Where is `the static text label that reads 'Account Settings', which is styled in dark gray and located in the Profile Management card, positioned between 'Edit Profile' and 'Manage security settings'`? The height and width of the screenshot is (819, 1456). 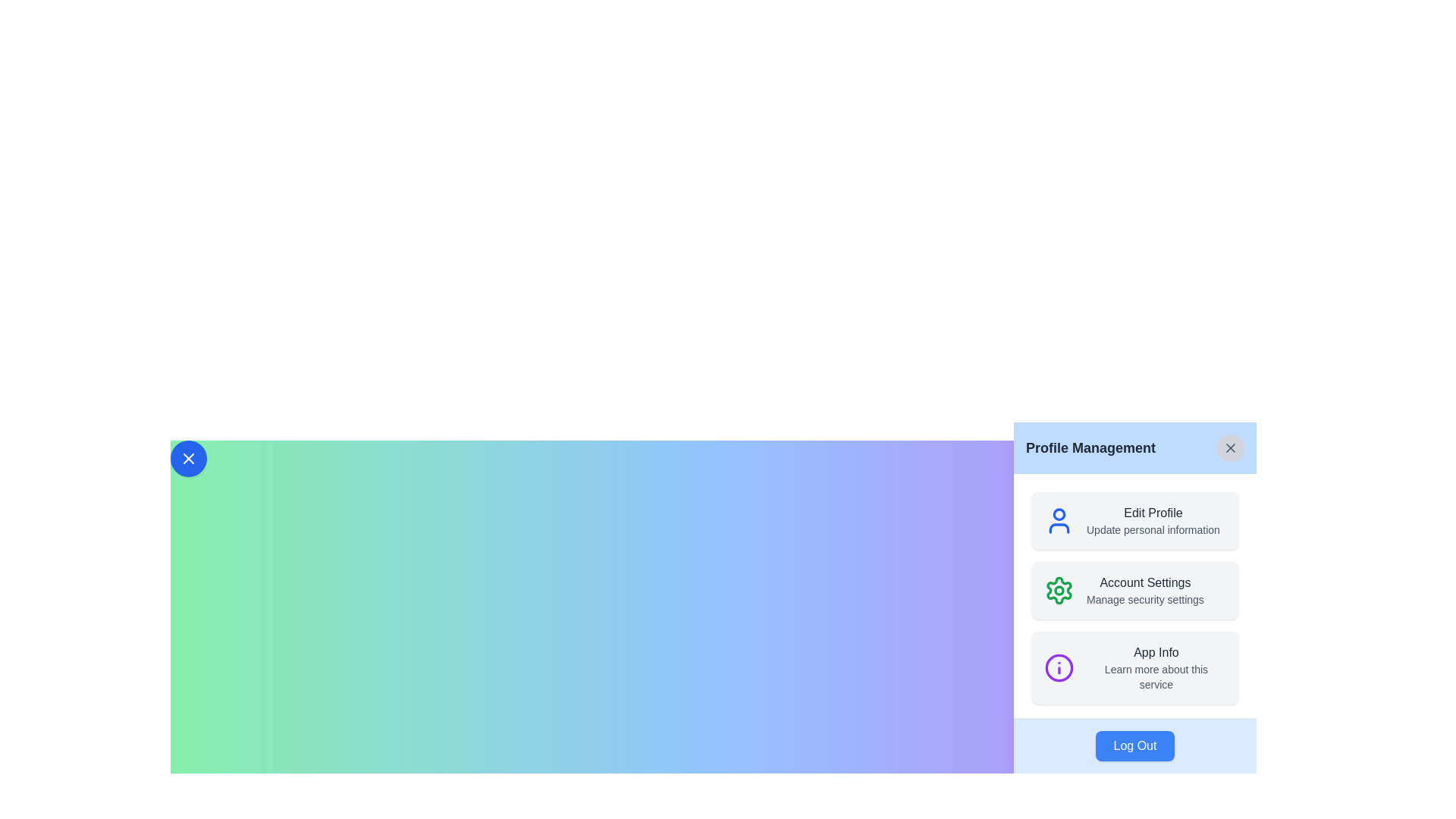 the static text label that reads 'Account Settings', which is styled in dark gray and located in the Profile Management card, positioned between 'Edit Profile' and 'Manage security settings' is located at coordinates (1145, 582).